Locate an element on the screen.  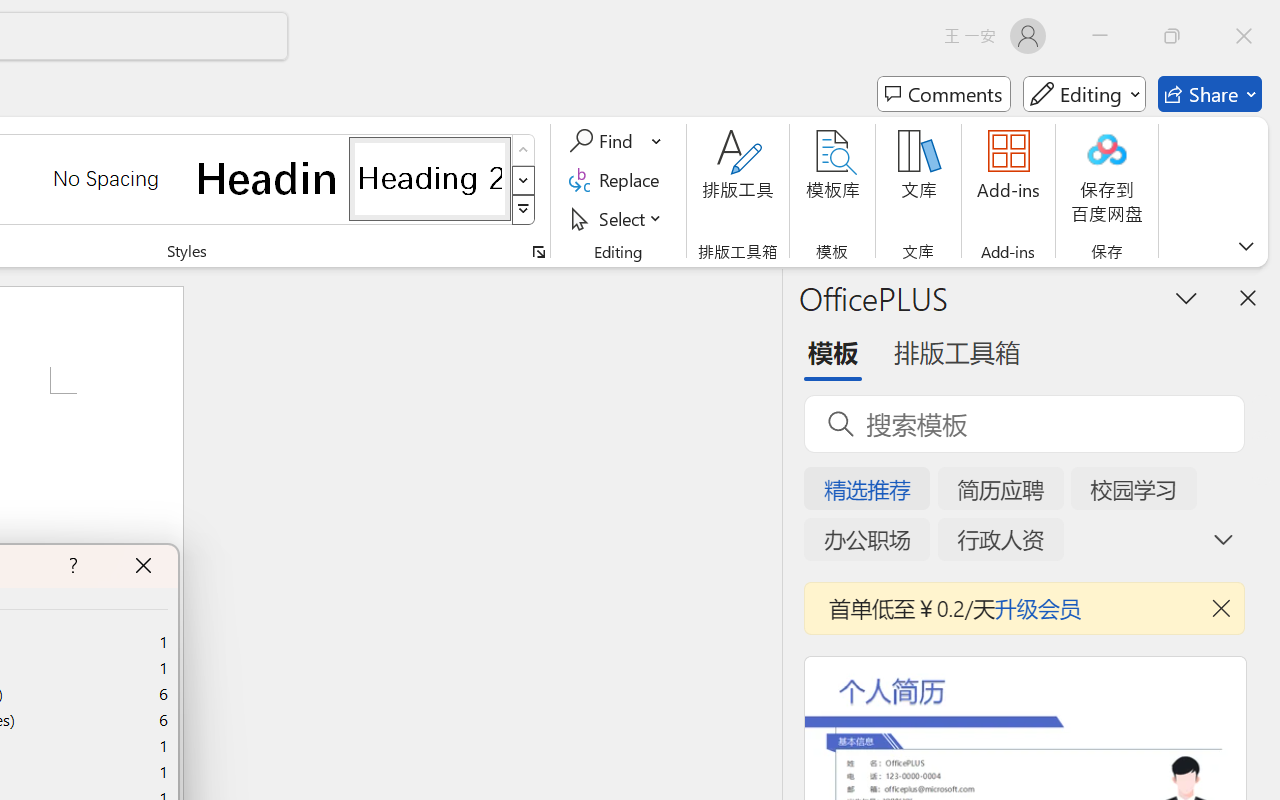
'Ribbon Display Options' is located at coordinates (1245, 245).